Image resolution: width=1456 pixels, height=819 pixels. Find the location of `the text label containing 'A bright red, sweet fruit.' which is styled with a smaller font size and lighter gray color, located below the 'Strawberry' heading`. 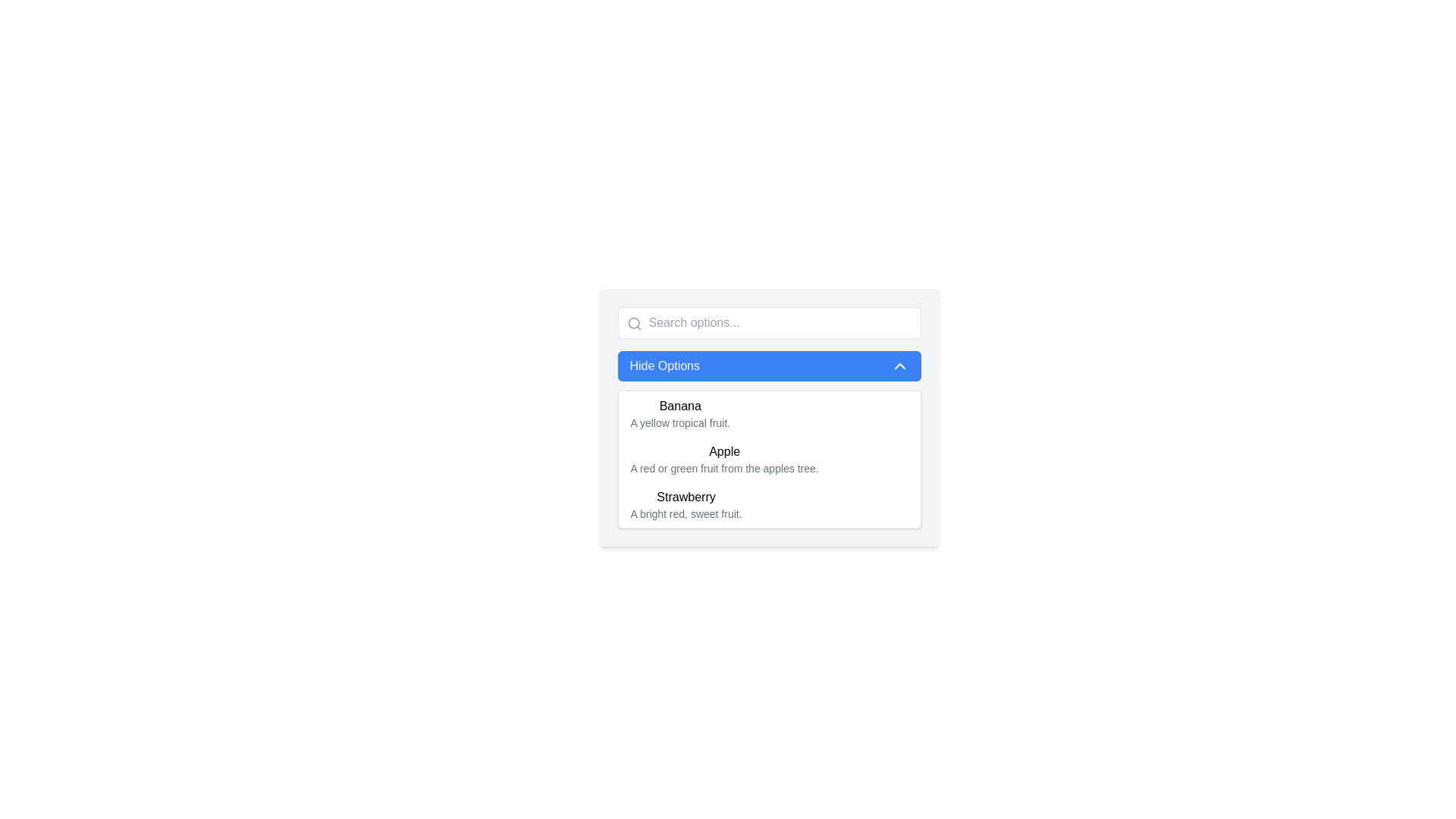

the text label containing 'A bright red, sweet fruit.' which is styled with a smaller font size and lighter gray color, located below the 'Strawberry' heading is located at coordinates (686, 513).